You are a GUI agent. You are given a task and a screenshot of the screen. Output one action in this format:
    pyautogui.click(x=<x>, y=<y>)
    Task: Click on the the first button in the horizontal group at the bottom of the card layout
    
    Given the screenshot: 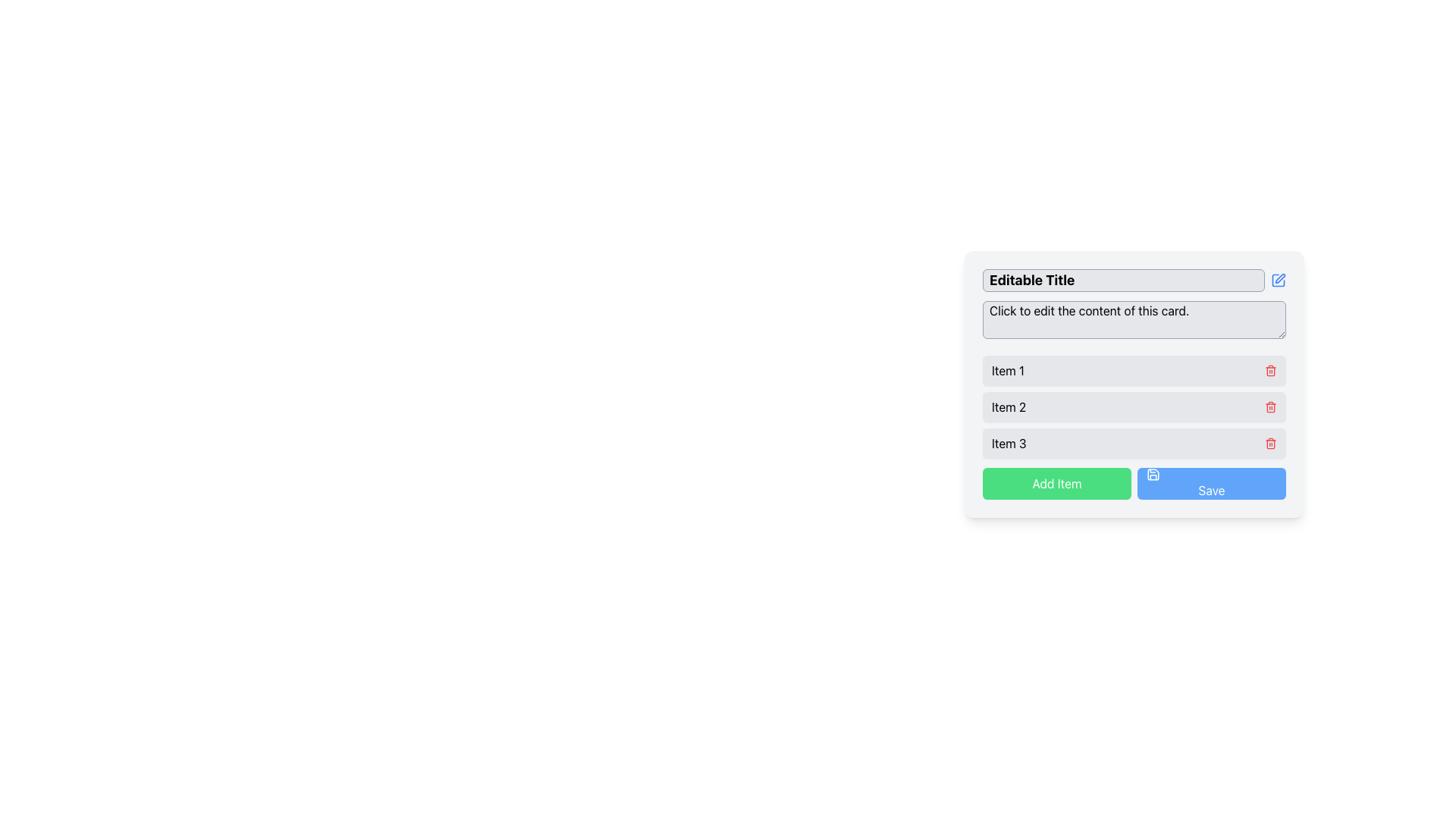 What is the action you would take?
    pyautogui.click(x=1056, y=483)
    